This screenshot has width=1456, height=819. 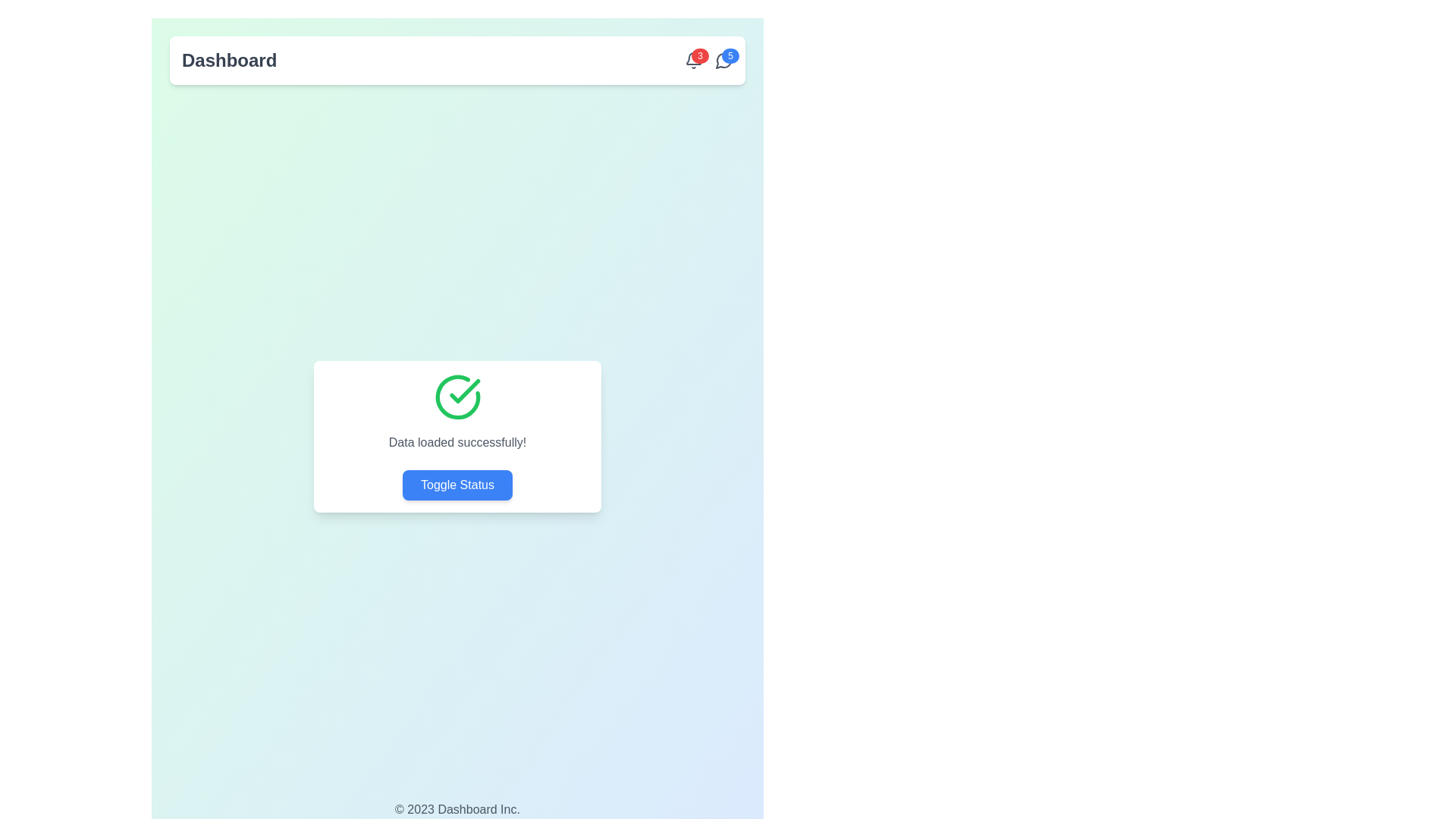 What do you see at coordinates (708, 60) in the screenshot?
I see `the Notification badge located at the top-right corner of the Dashboard, which indicates the number of unread notifications or alerts` at bounding box center [708, 60].